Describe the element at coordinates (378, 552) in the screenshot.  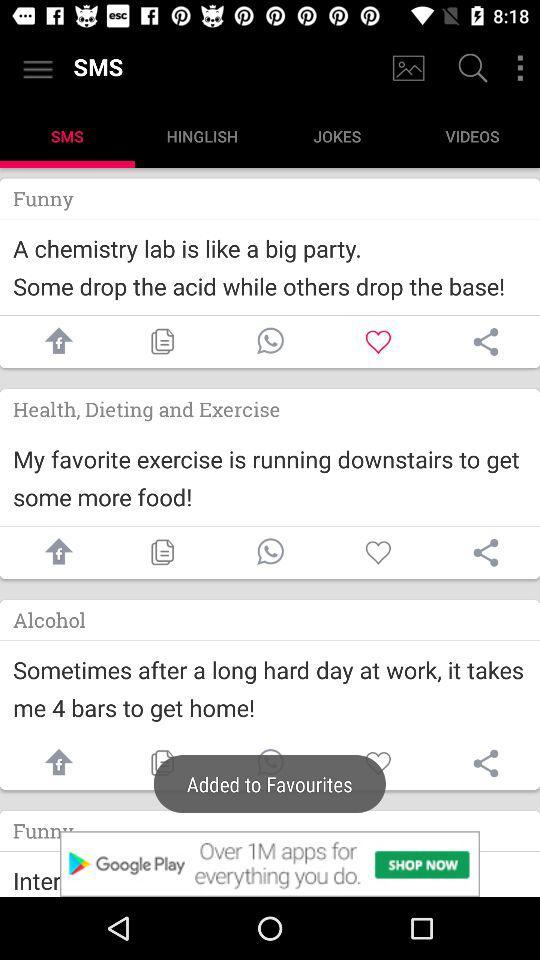
I see `like this` at that location.